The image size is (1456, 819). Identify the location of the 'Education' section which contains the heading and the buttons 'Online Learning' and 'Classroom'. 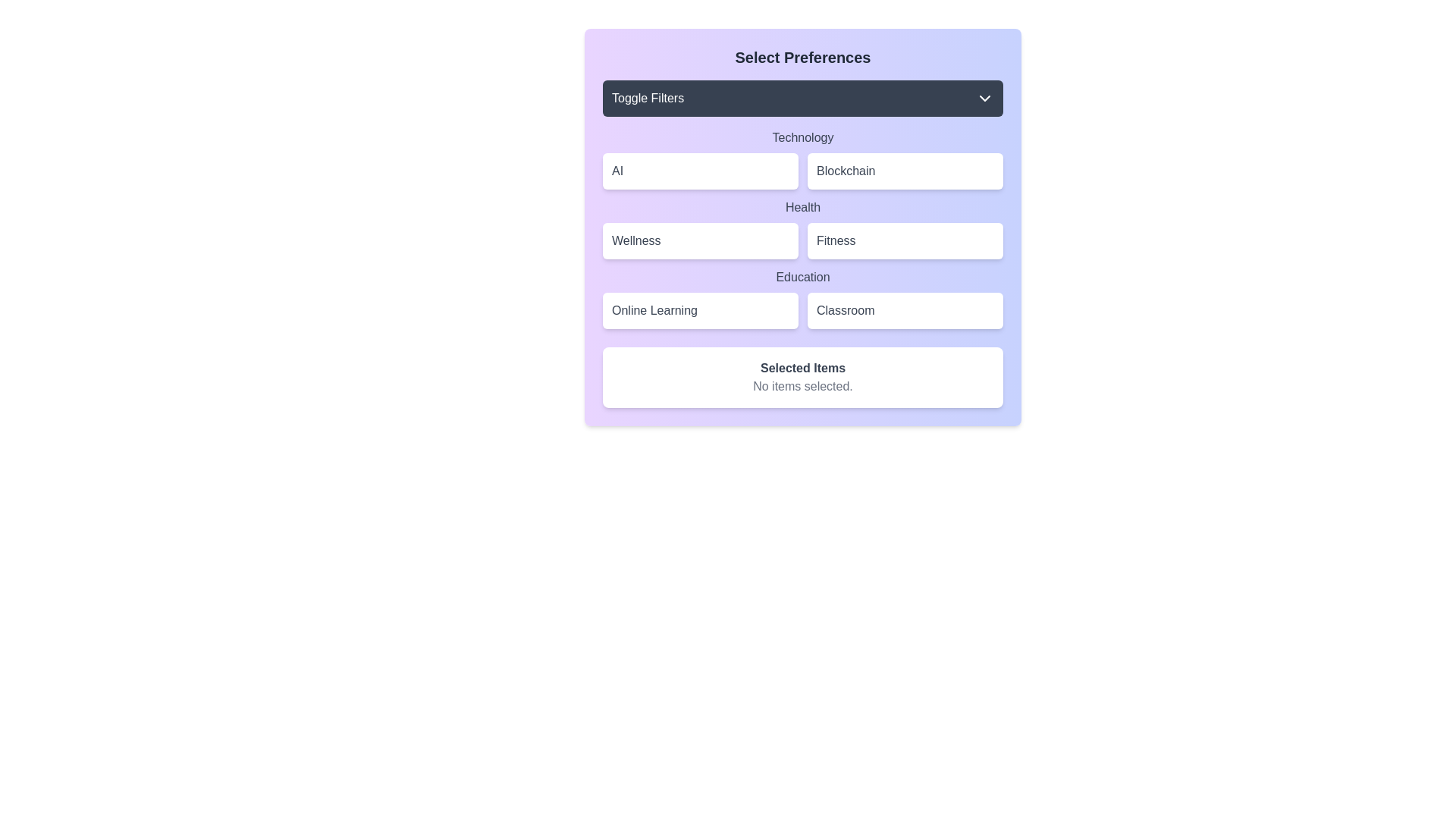
(802, 298).